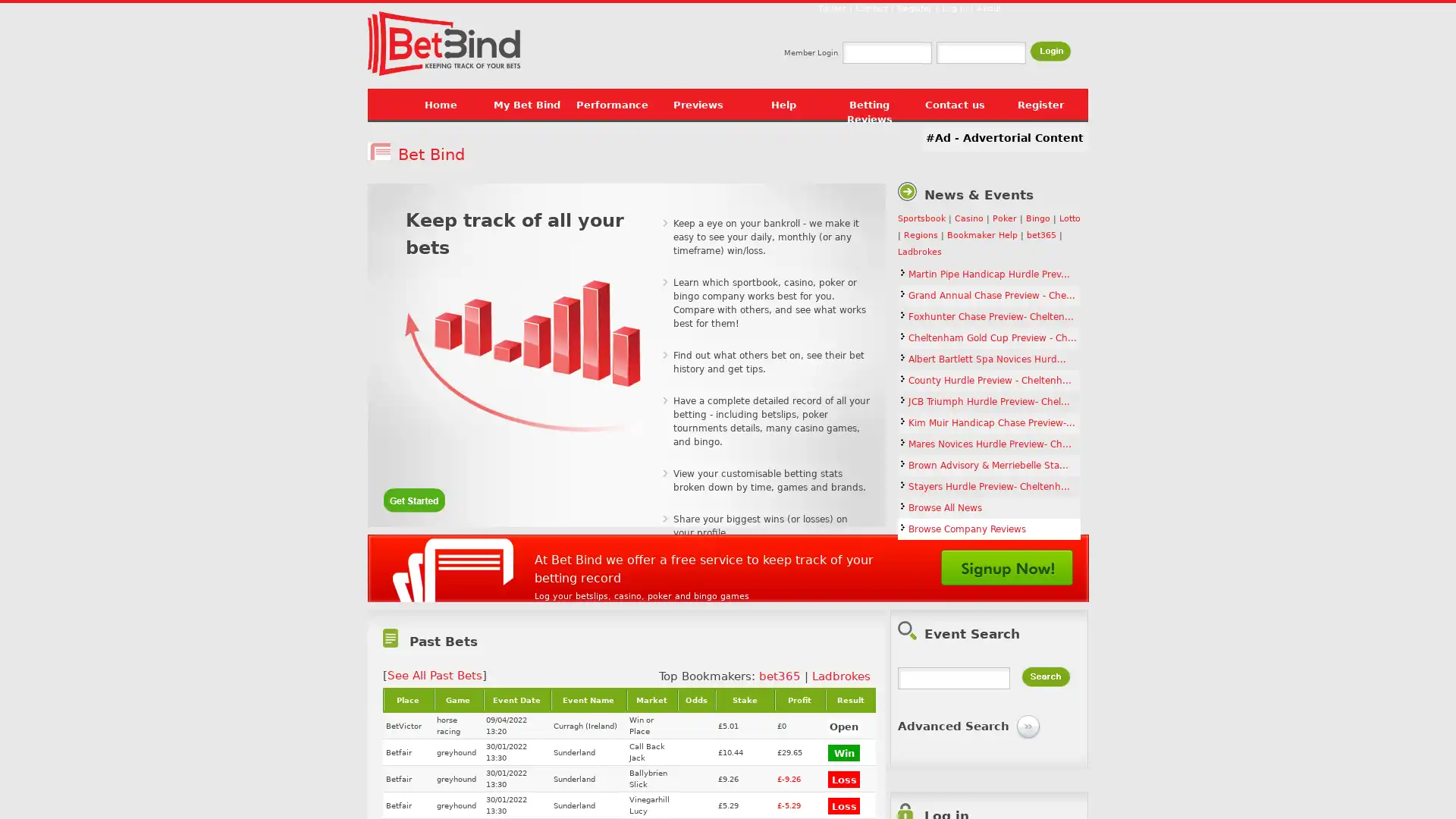 The height and width of the screenshot is (819, 1456). I want to click on Sign In, so click(1050, 50).